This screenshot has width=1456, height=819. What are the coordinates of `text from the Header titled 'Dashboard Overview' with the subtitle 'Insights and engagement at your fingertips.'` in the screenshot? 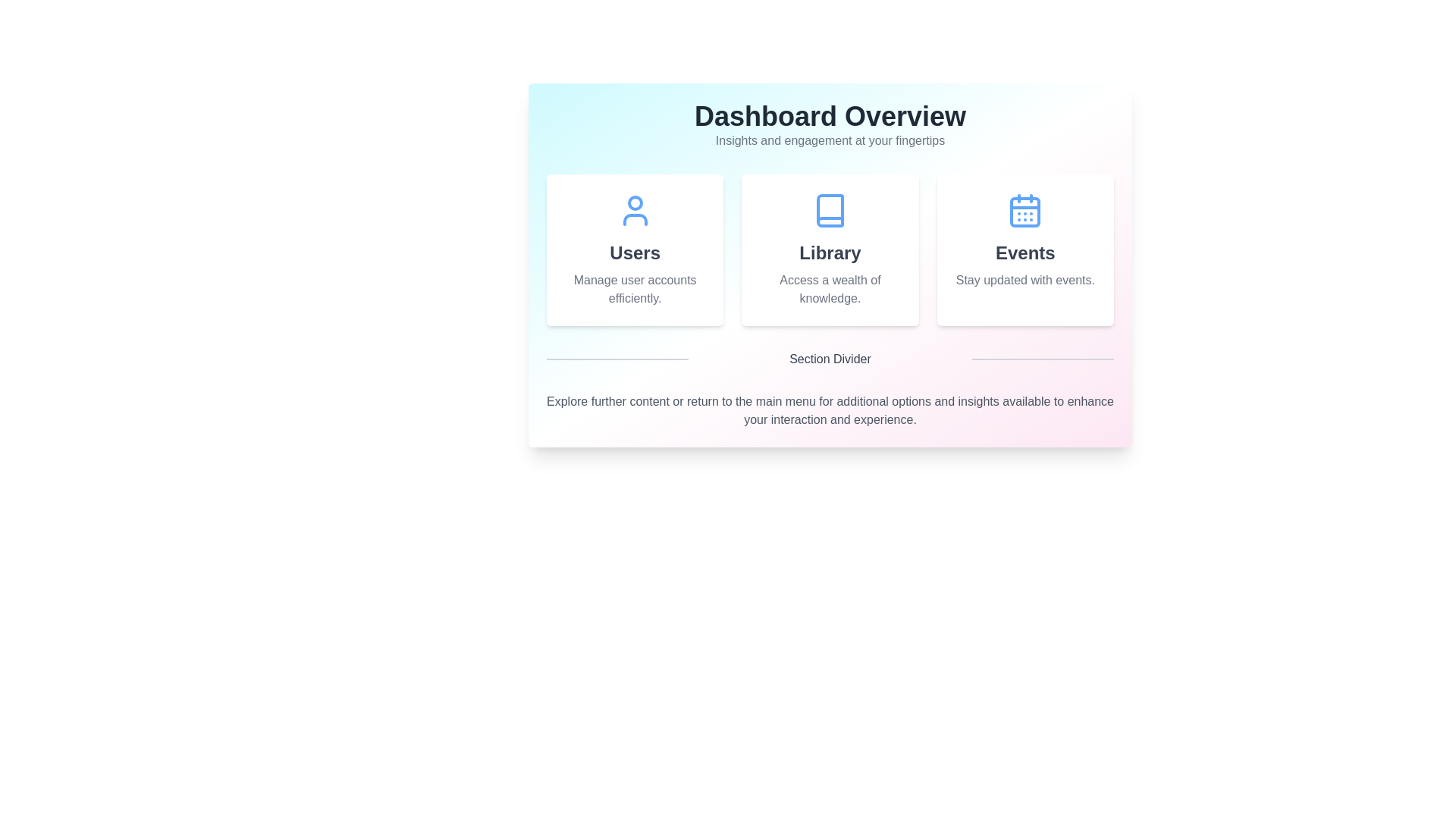 It's located at (829, 137).